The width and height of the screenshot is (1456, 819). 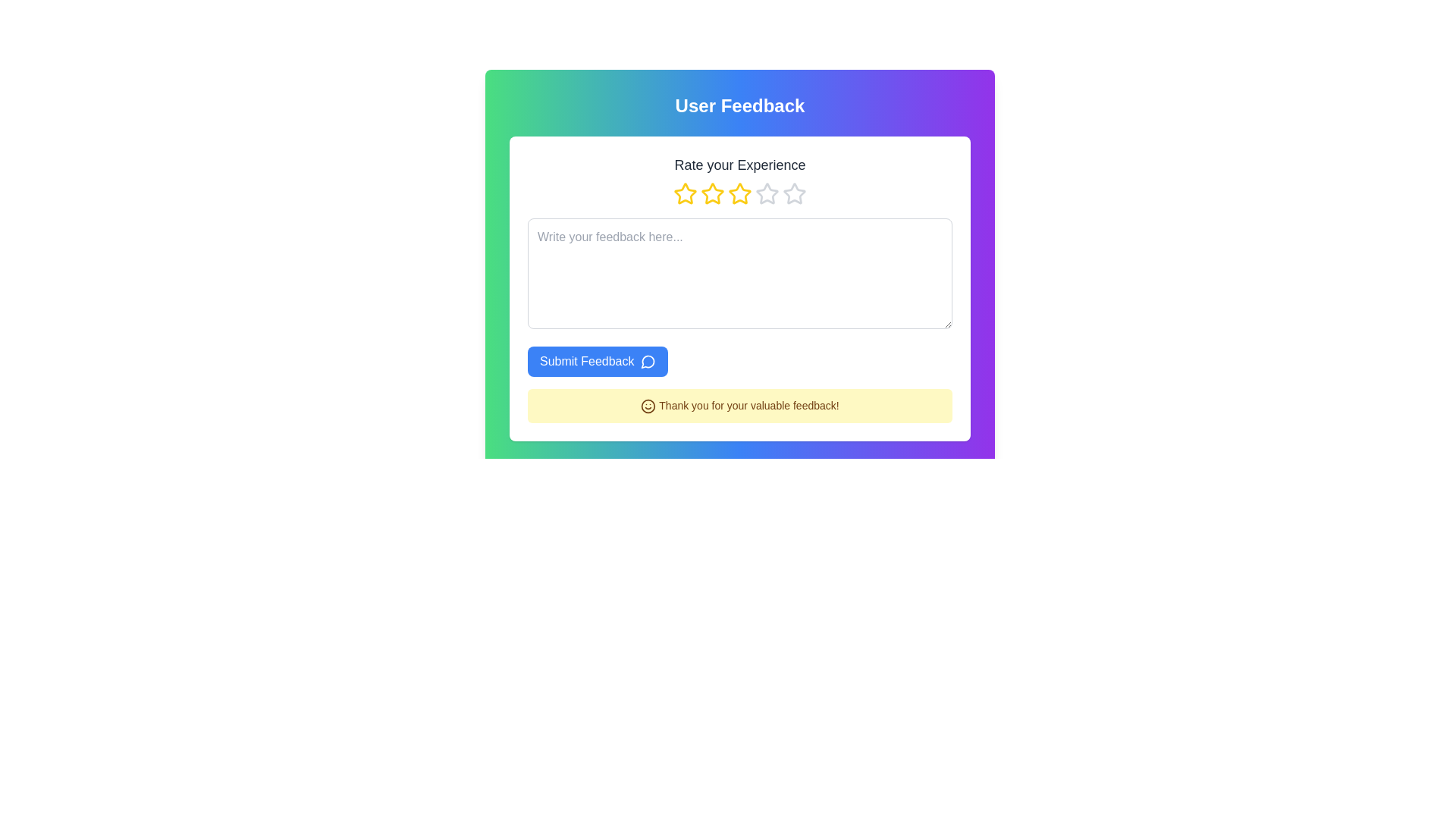 What do you see at coordinates (793, 193) in the screenshot?
I see `the fourth star in the 'Rate your Experience' section, which serves as an interactive star rating control for selecting a four-star rating` at bounding box center [793, 193].